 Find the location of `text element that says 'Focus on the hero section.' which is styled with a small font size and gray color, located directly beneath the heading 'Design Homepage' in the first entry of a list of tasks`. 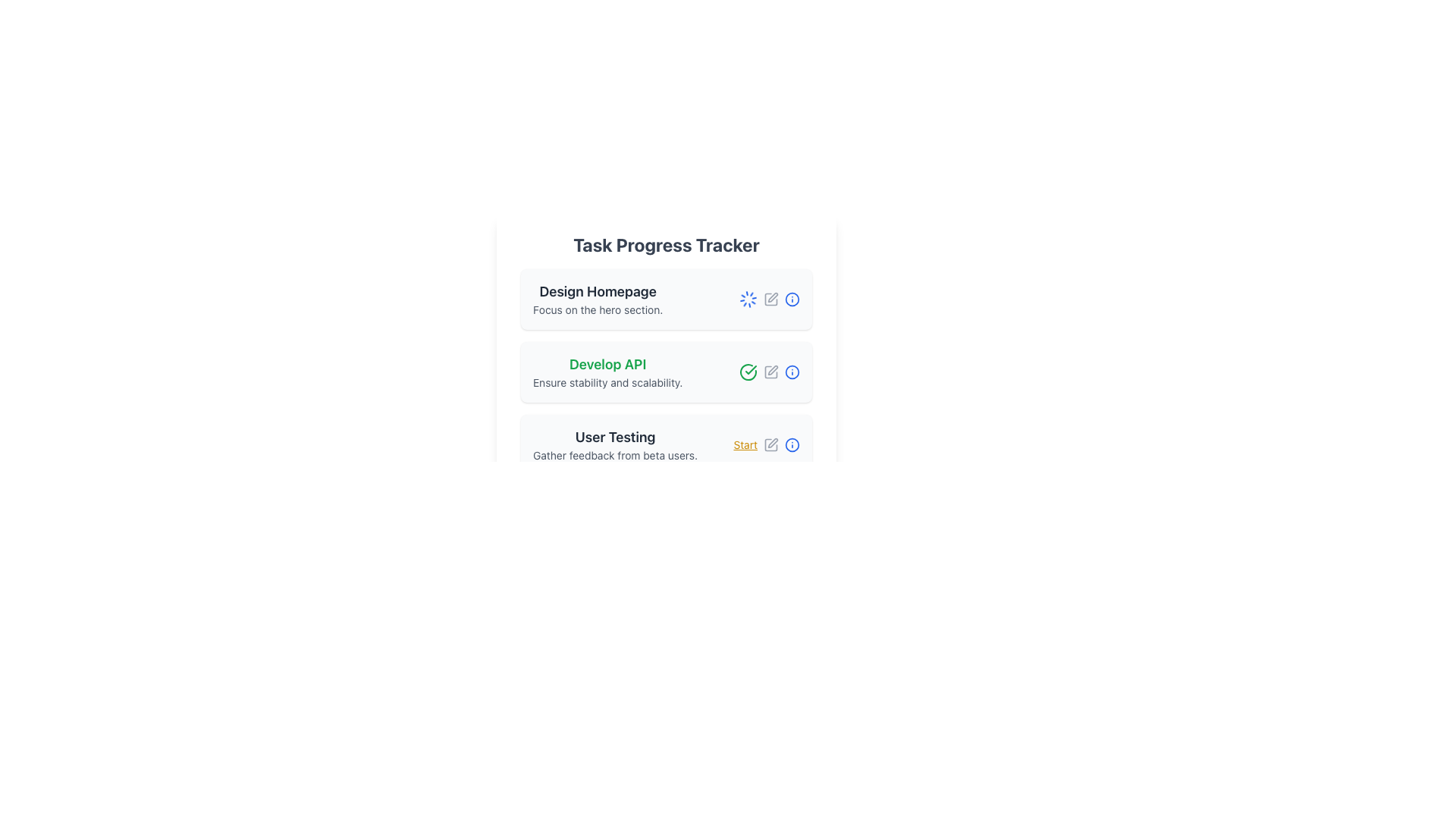

text element that says 'Focus on the hero section.' which is styled with a small font size and gray color, located directly beneath the heading 'Design Homepage' in the first entry of a list of tasks is located at coordinates (597, 309).